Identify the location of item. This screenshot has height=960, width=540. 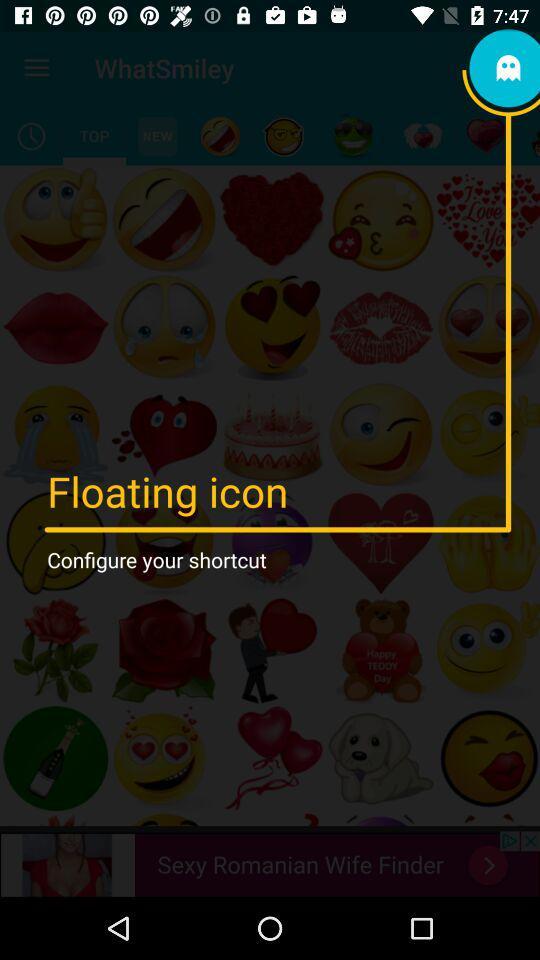
(352, 135).